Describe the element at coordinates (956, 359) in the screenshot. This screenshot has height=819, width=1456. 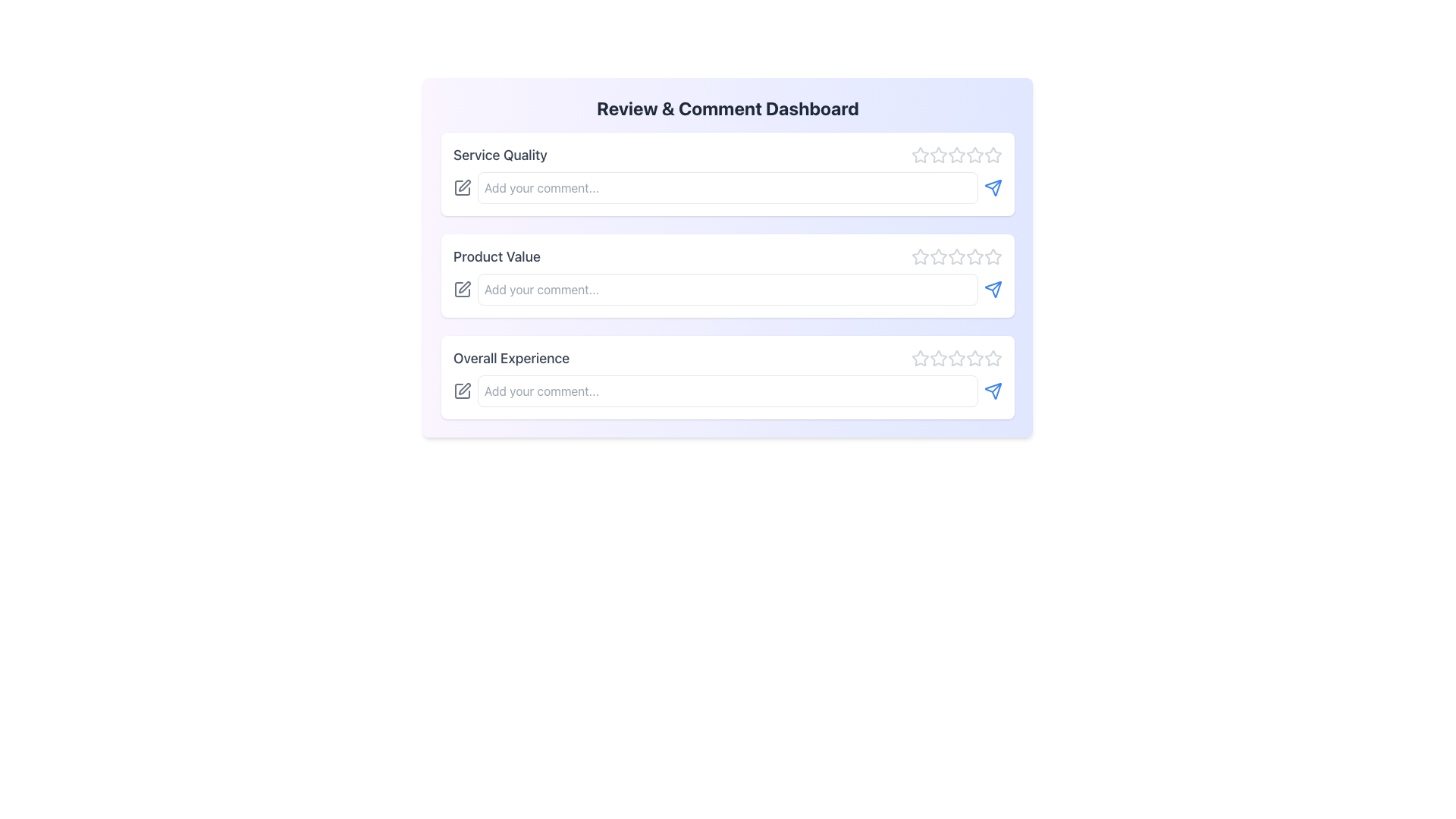
I see `the third star in the five-star rating system for 'Overall Experience'` at that location.